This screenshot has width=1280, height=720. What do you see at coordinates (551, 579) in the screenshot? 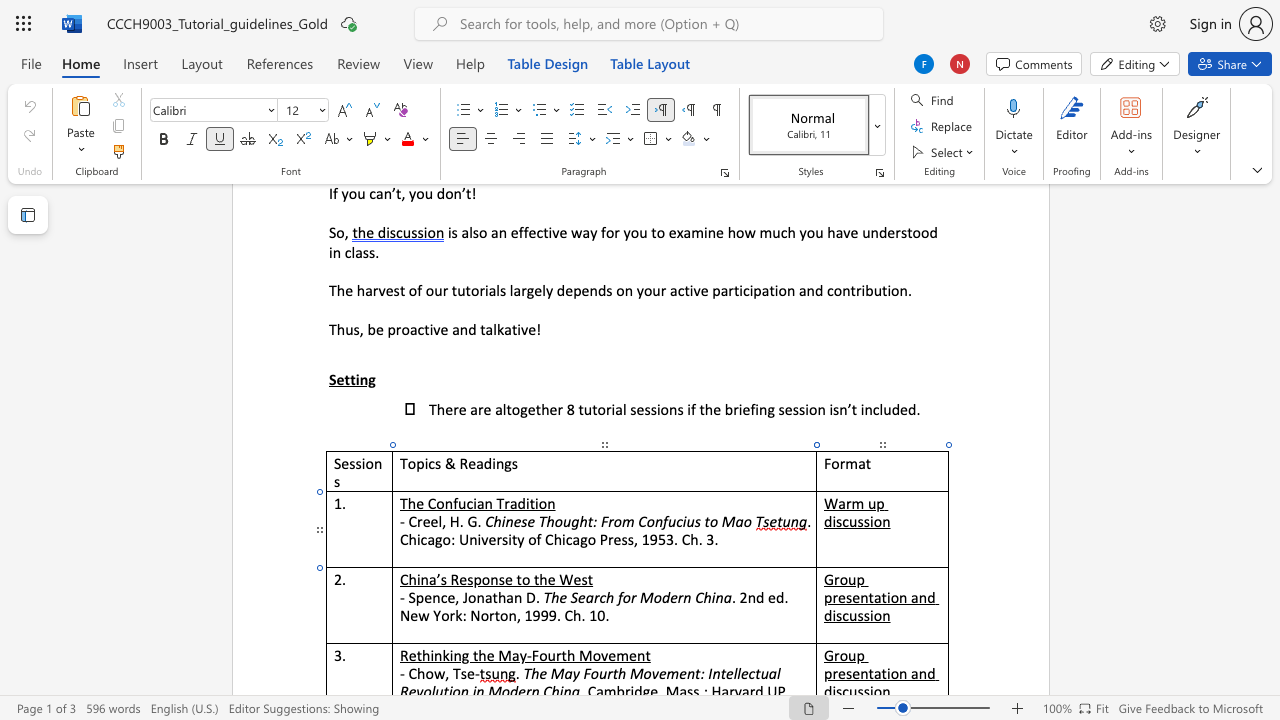
I see `the 3th character "e" in the text` at bounding box center [551, 579].